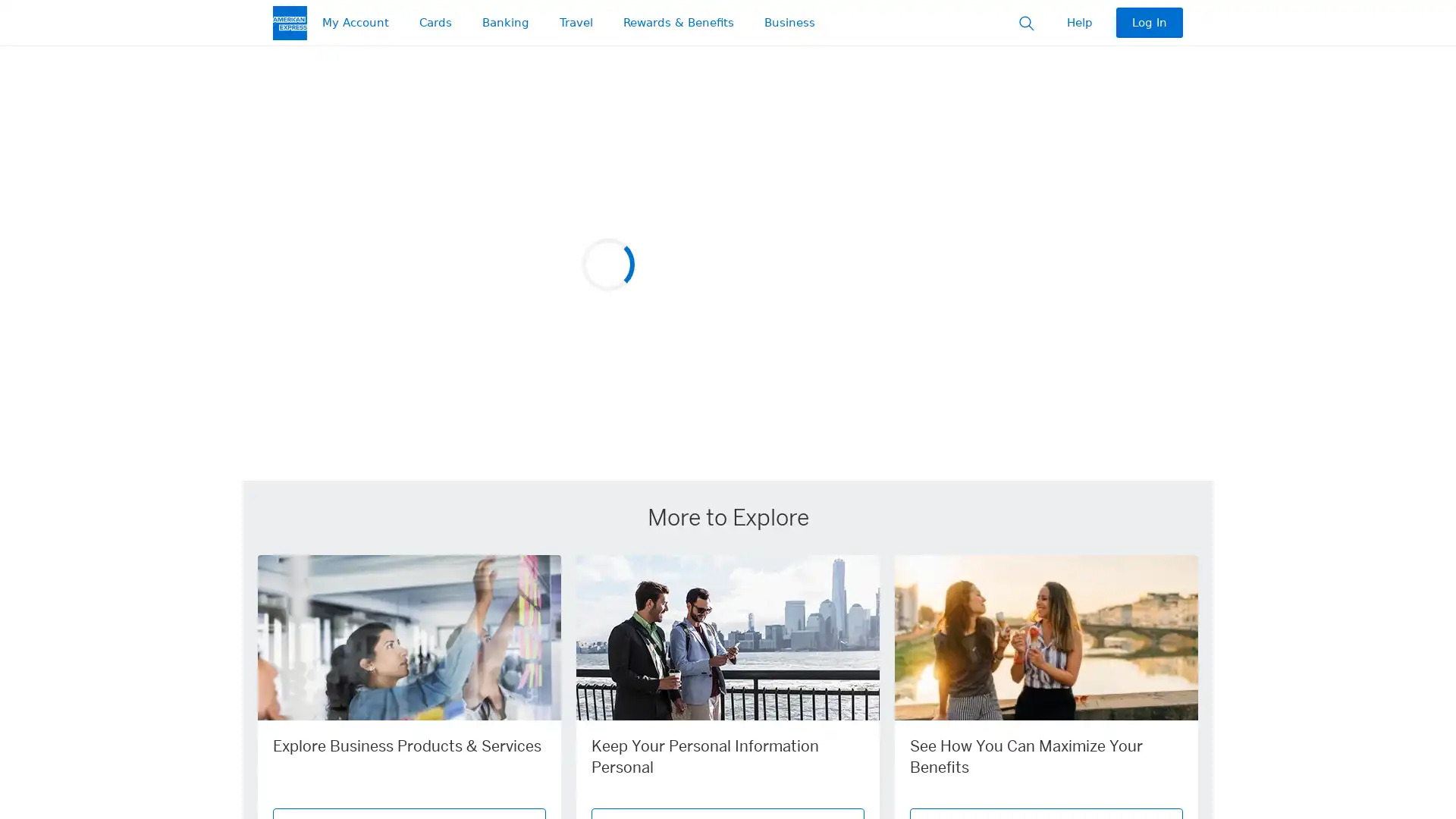 Image resolution: width=1456 pixels, height=819 pixels. Describe the element at coordinates (676, 657) in the screenshot. I see `slide 1` at that location.